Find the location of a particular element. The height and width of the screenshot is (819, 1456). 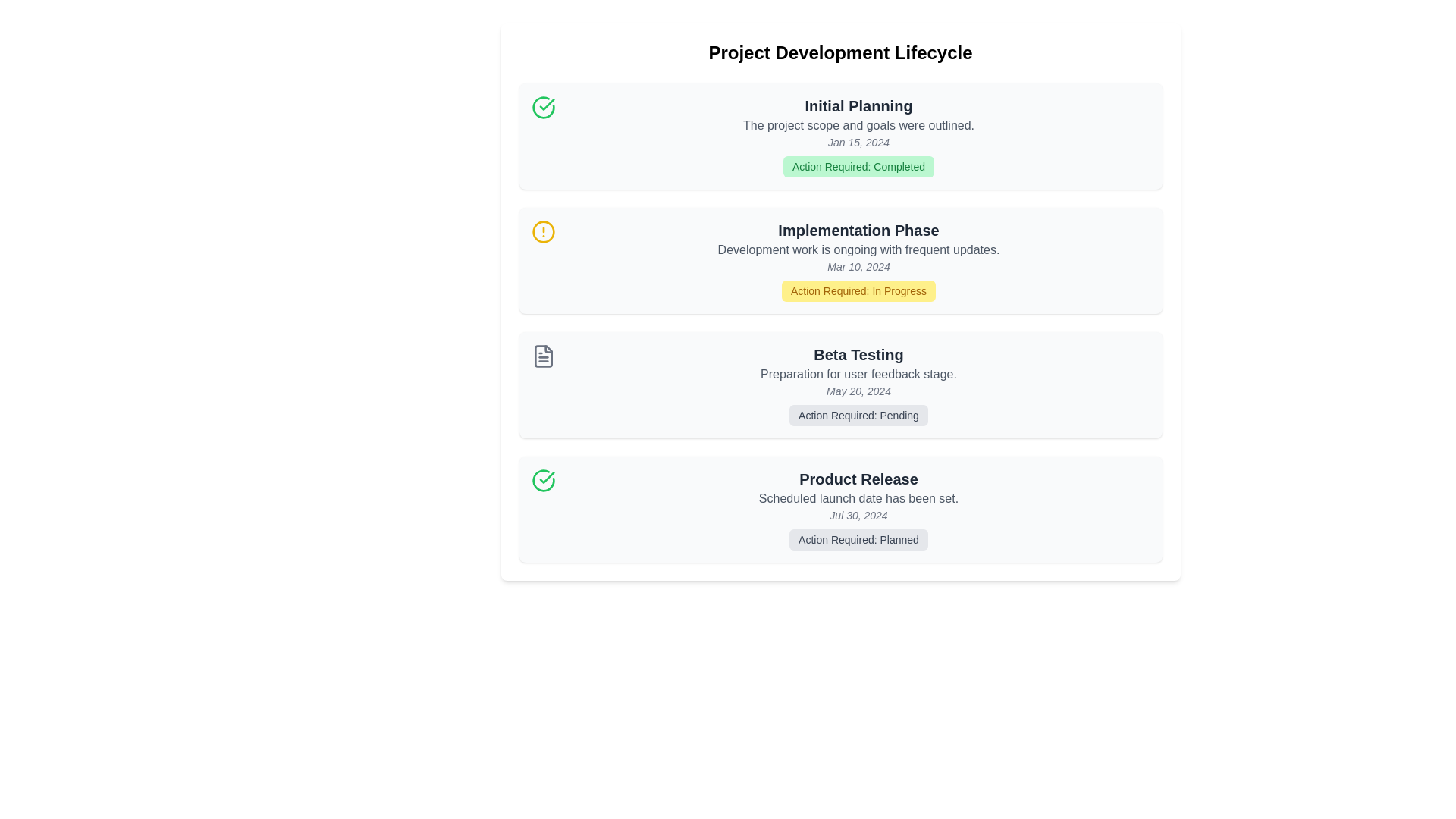

the static text element that provides additional information about the 'Beta Testing' section, located directly below the title and above the date is located at coordinates (858, 374).